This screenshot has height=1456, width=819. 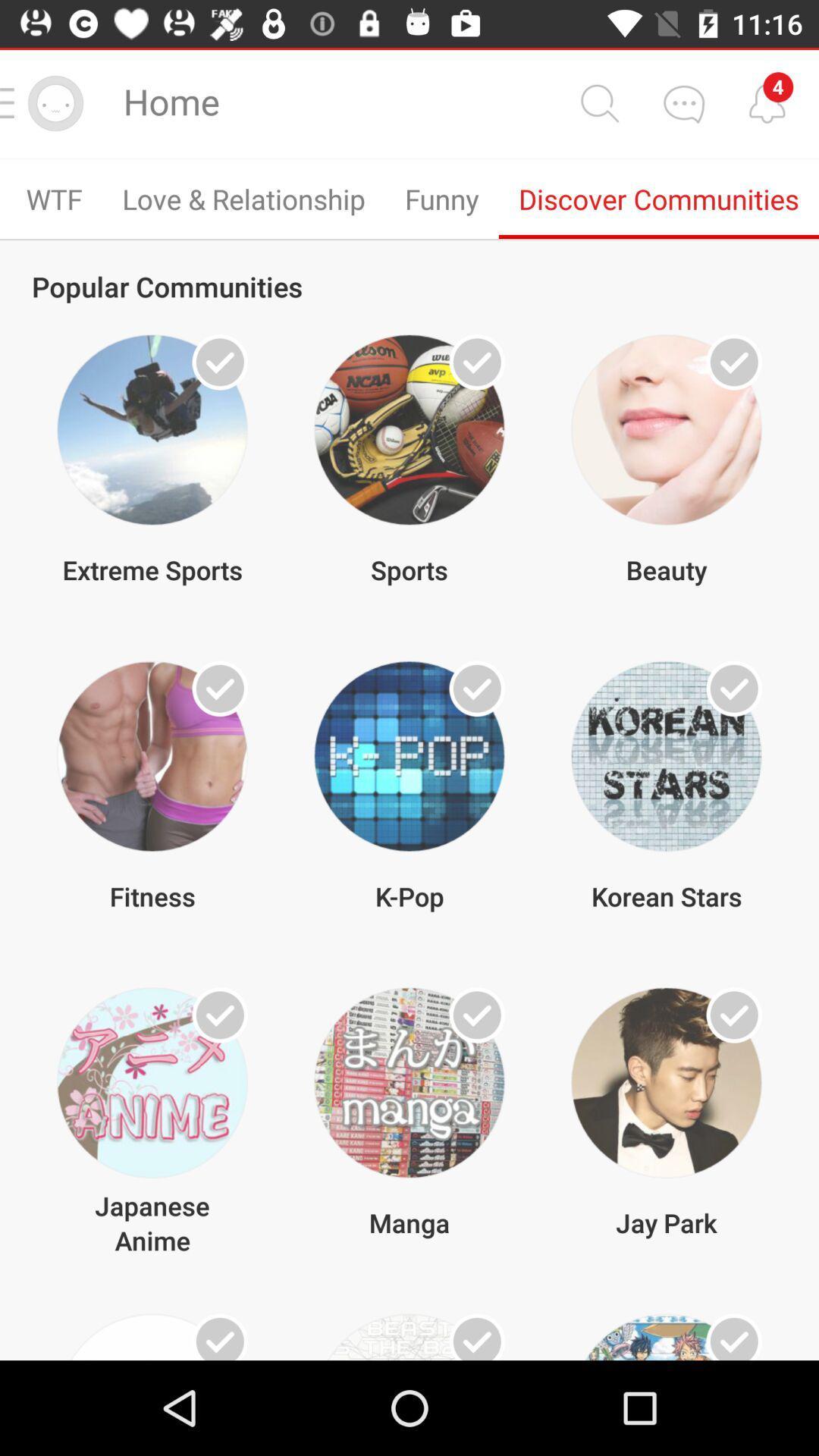 I want to click on extreme communities, so click(x=220, y=361).